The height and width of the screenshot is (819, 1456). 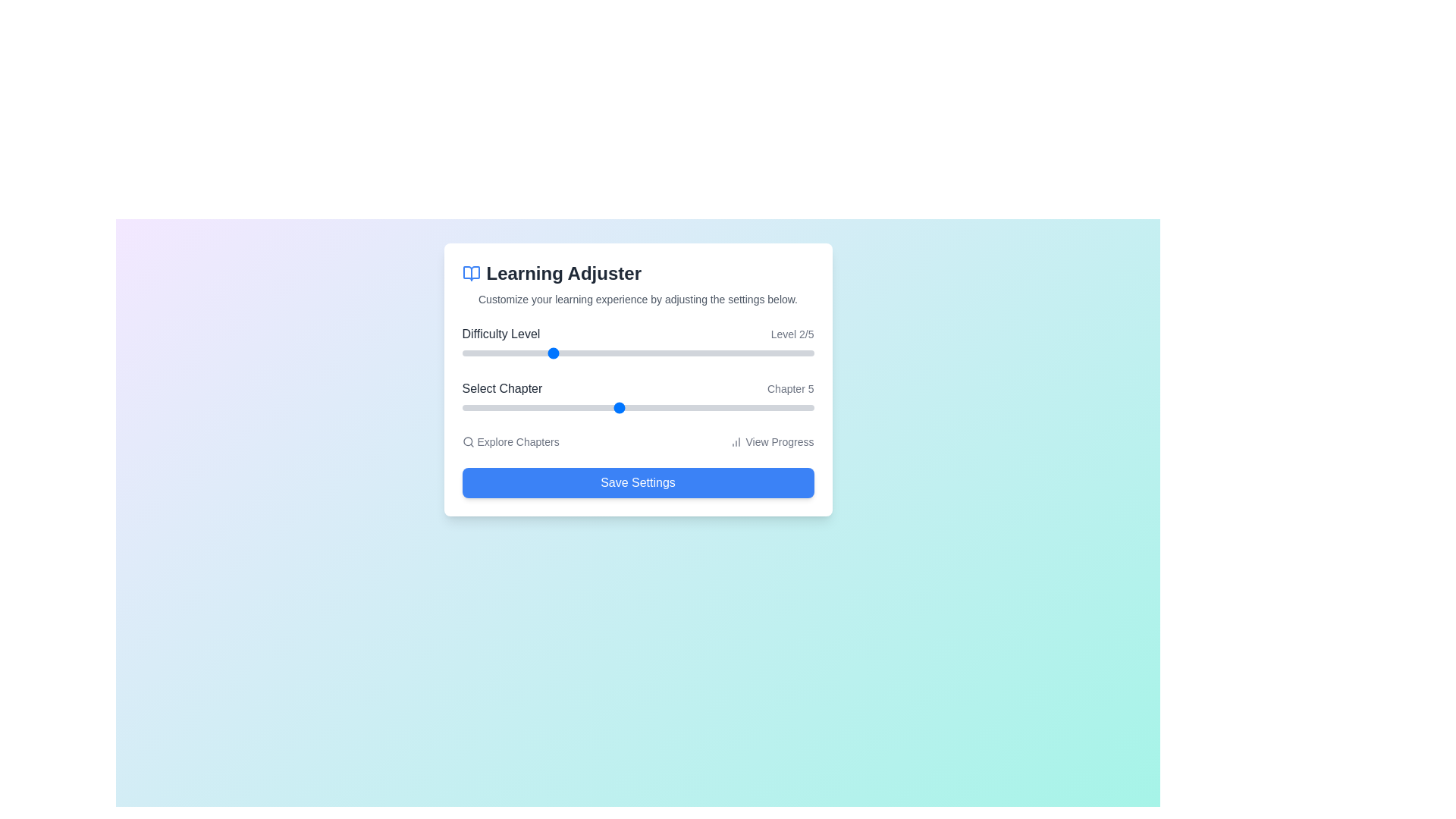 What do you see at coordinates (725, 353) in the screenshot?
I see `the difficulty level` at bounding box center [725, 353].